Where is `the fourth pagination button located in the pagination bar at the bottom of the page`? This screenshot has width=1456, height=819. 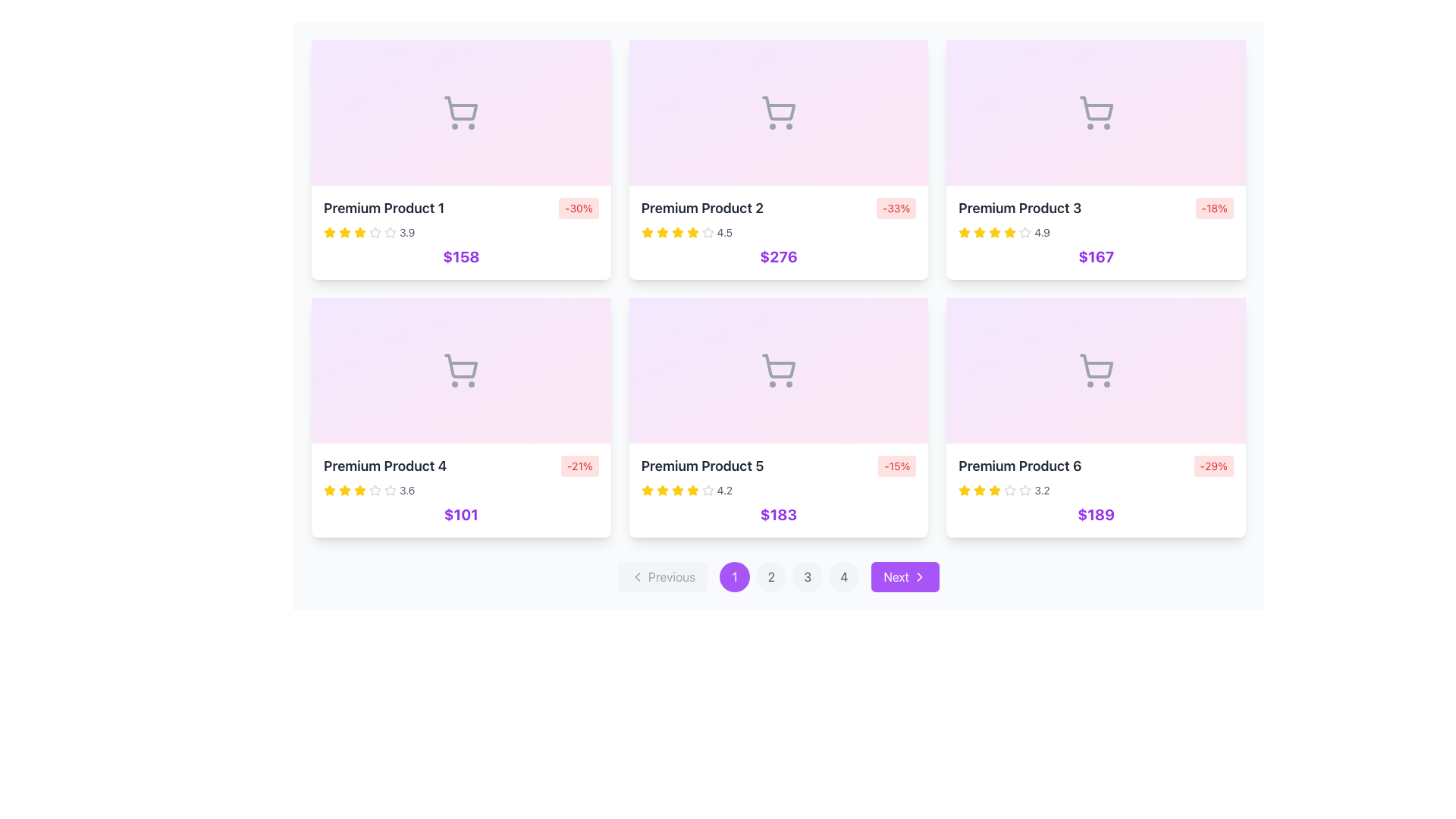
the fourth pagination button located in the pagination bar at the bottom of the page is located at coordinates (843, 576).